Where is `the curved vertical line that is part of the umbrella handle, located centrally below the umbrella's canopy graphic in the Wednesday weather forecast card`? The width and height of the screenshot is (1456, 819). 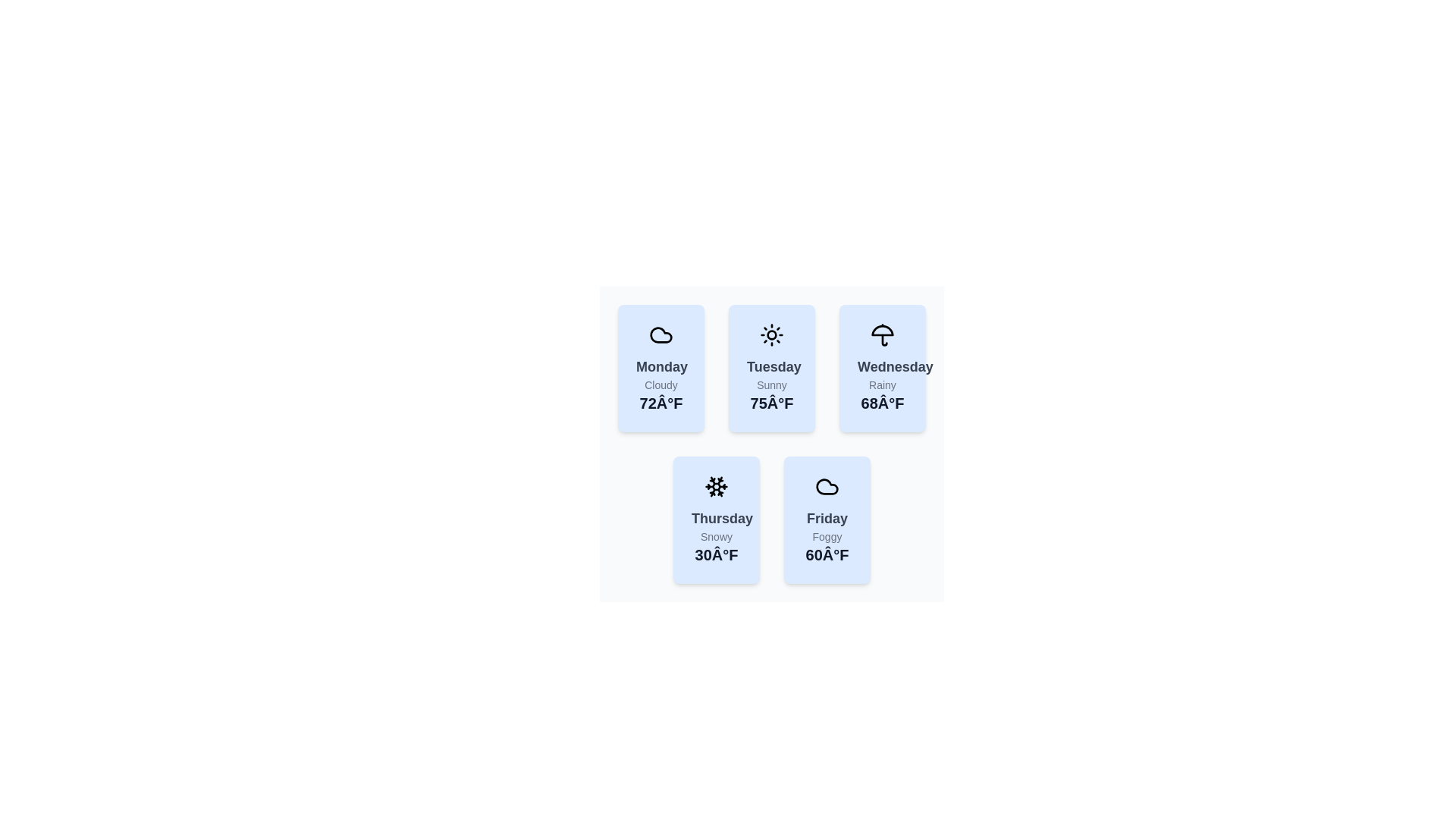 the curved vertical line that is part of the umbrella handle, located centrally below the umbrella's canopy graphic in the Wednesday weather forecast card is located at coordinates (884, 339).